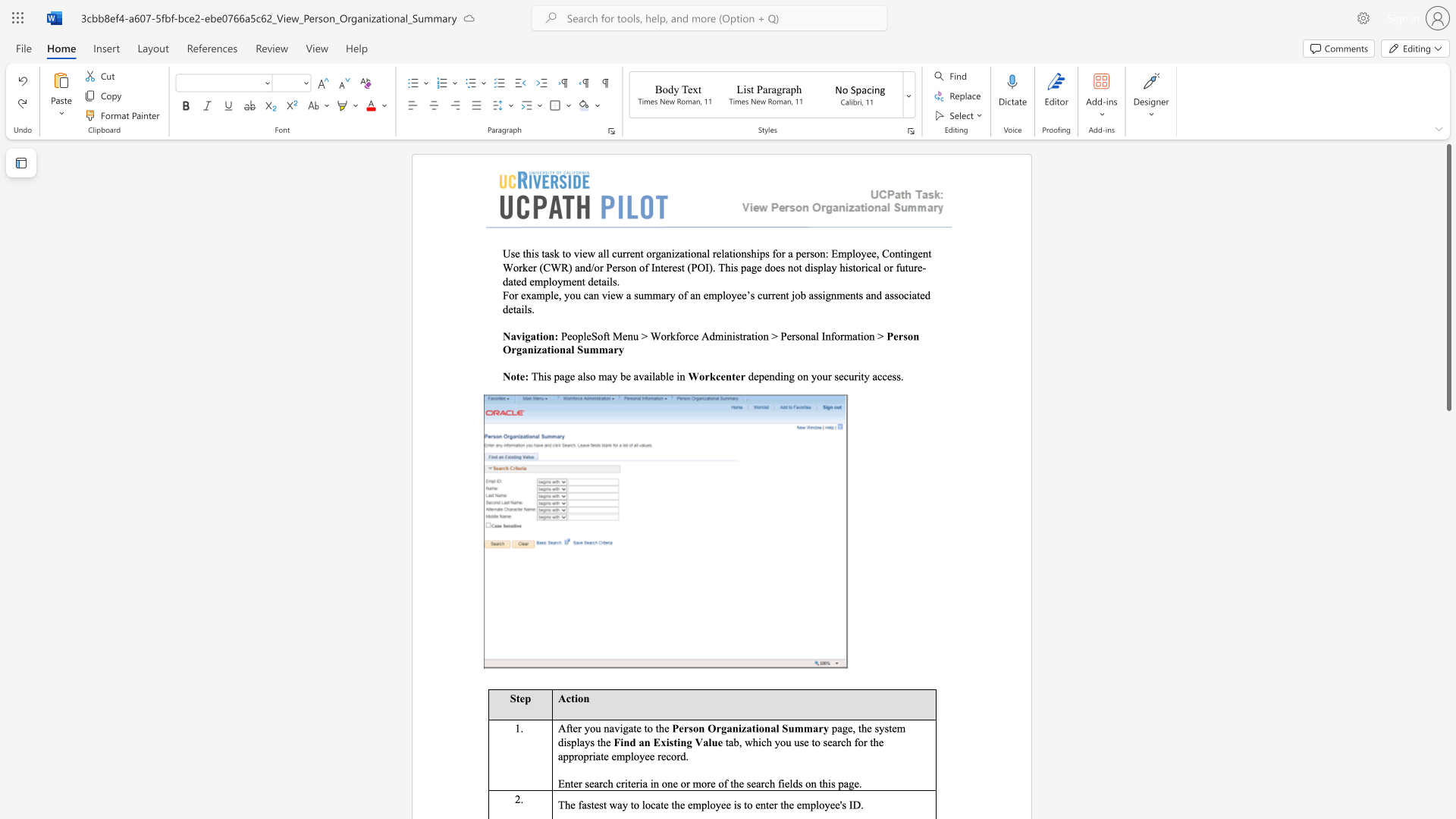 The height and width of the screenshot is (819, 1456). Describe the element at coordinates (538, 375) in the screenshot. I see `the subset text "his page als" within the text "This page also may be available in"` at that location.